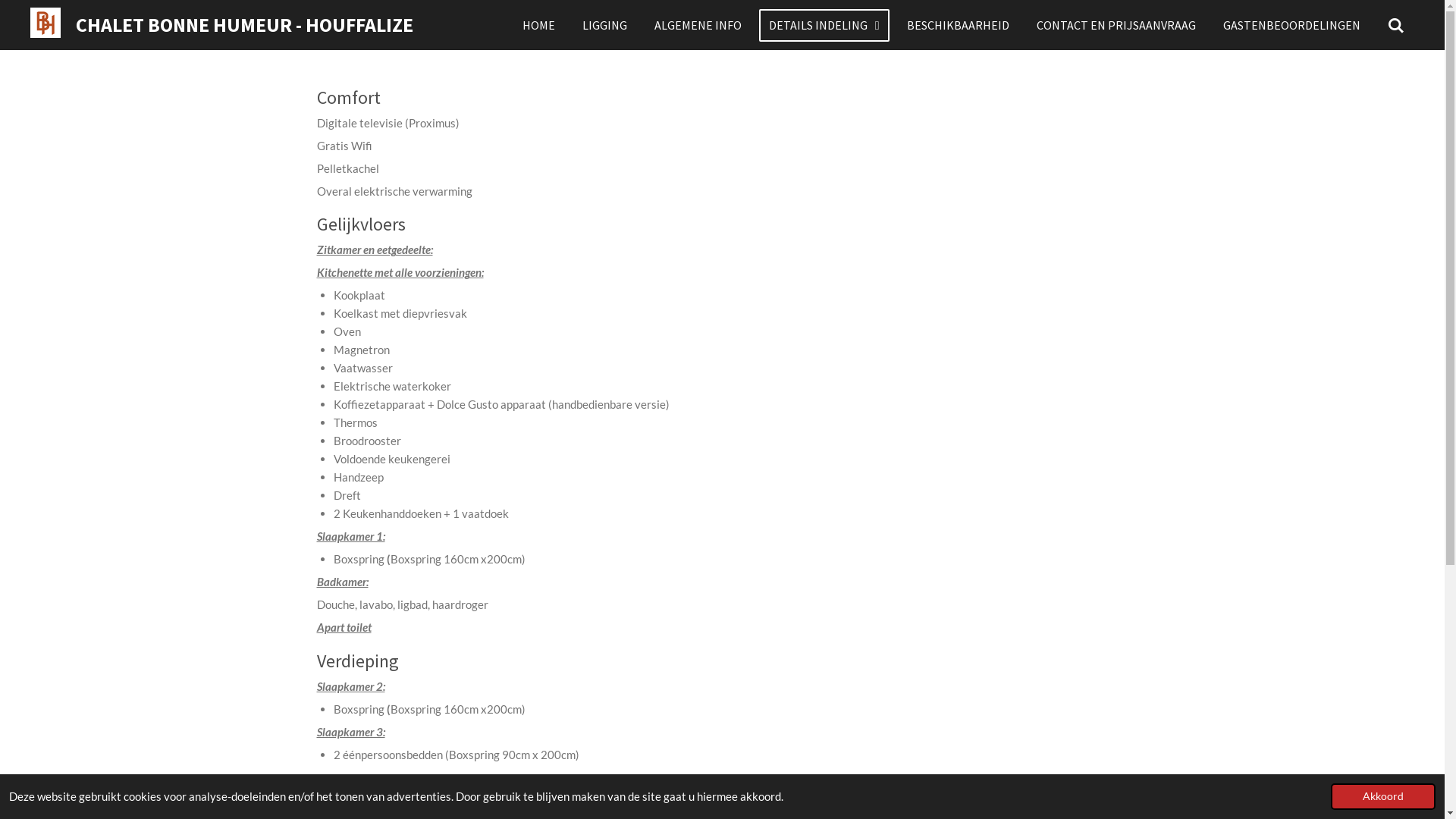  Describe the element at coordinates (1291, 25) in the screenshot. I see `'GASTENBEOORDELINGEN'` at that location.